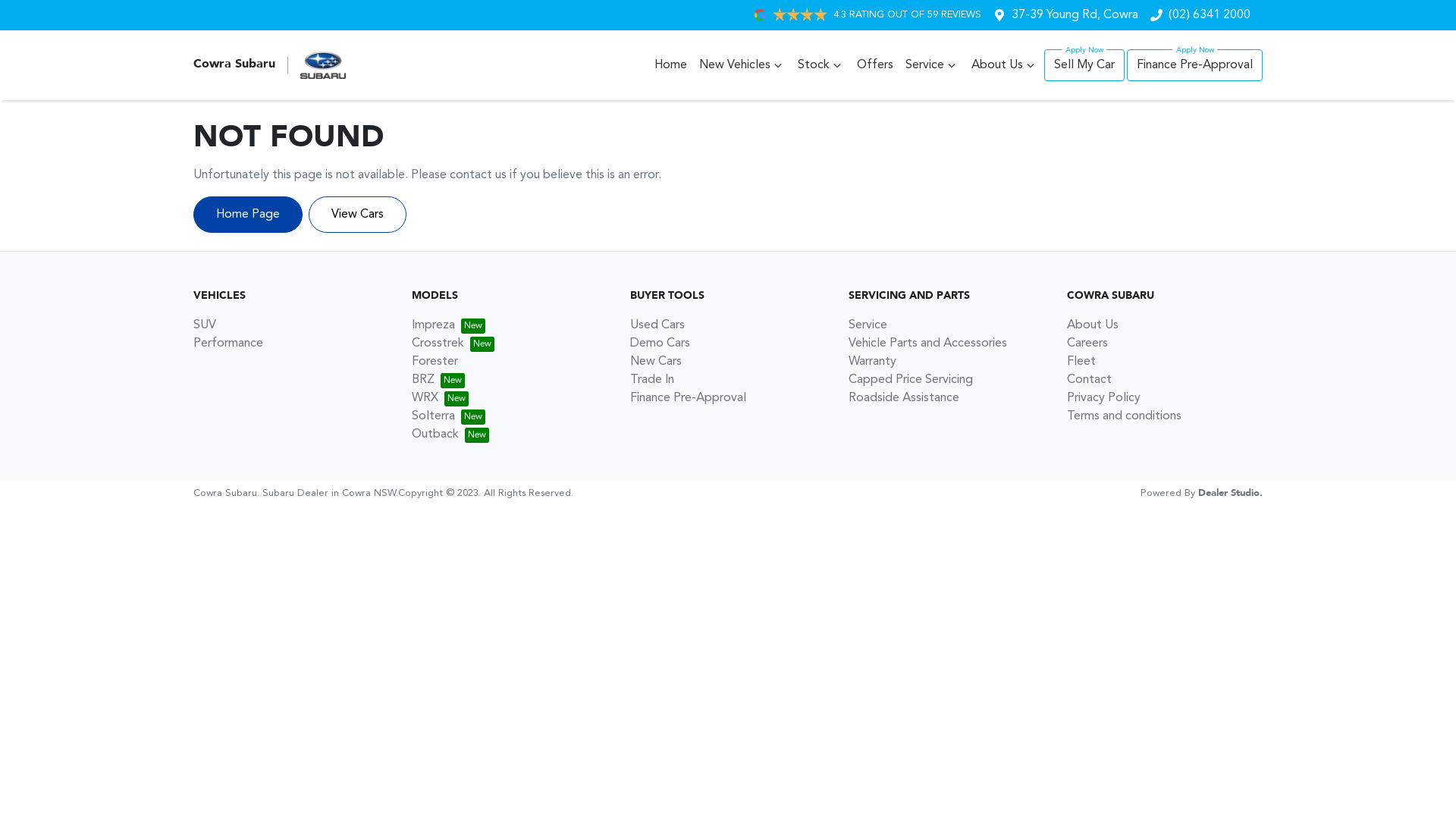  Describe the element at coordinates (964, 64) in the screenshot. I see `'About Us'` at that location.